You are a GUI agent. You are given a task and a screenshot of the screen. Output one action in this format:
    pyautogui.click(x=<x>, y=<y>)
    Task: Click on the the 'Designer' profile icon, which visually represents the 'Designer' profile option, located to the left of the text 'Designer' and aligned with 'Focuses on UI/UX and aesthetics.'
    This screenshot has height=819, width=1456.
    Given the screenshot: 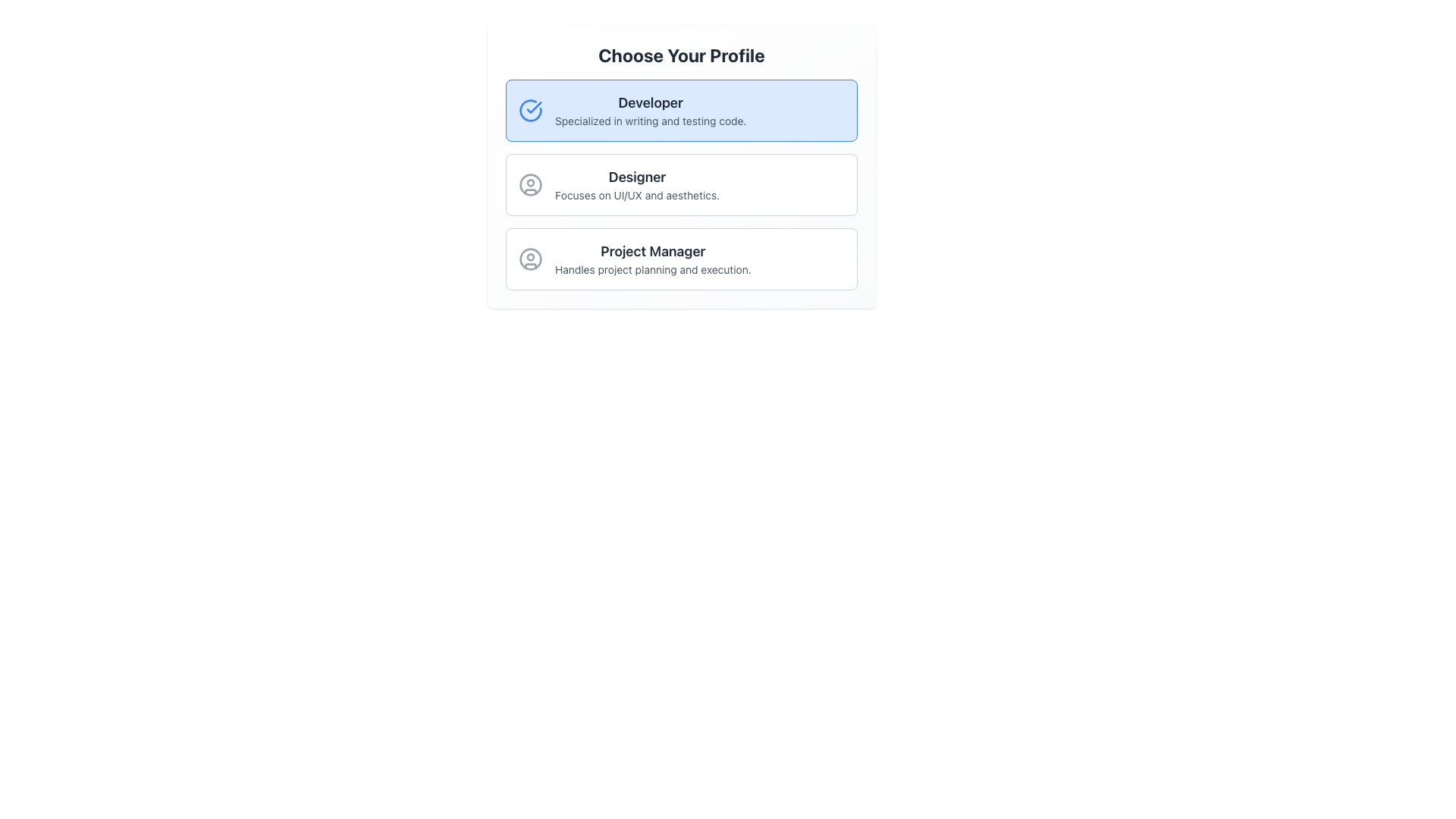 What is the action you would take?
    pyautogui.click(x=531, y=184)
    